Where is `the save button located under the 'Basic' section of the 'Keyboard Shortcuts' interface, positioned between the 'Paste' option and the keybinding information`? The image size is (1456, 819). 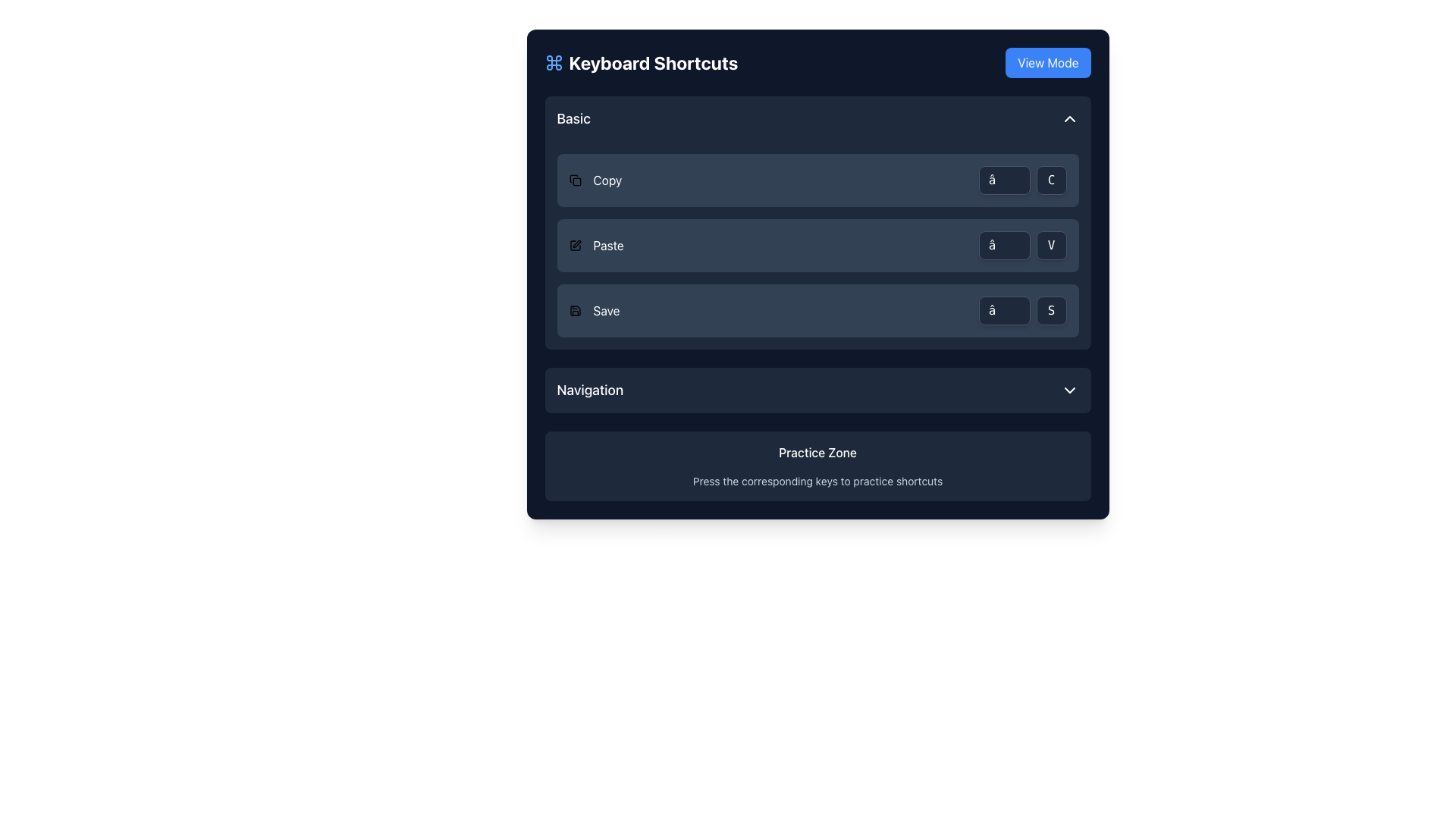 the save button located under the 'Basic' section of the 'Keyboard Shortcuts' interface, positioned between the 'Paste' option and the keybinding information is located at coordinates (593, 309).